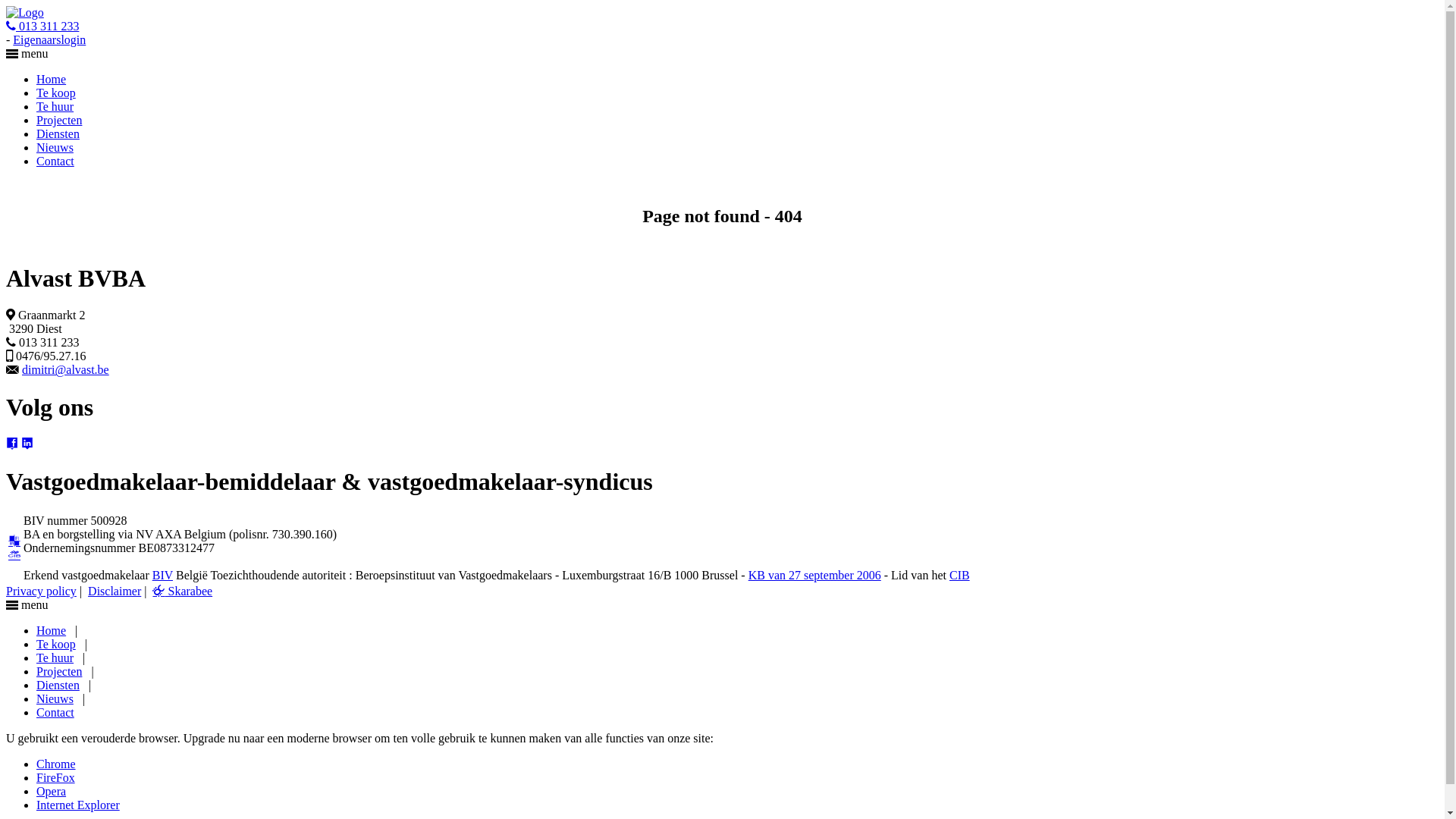 The height and width of the screenshot is (819, 1456). I want to click on 'dimitri@alvast.be', so click(21, 369).